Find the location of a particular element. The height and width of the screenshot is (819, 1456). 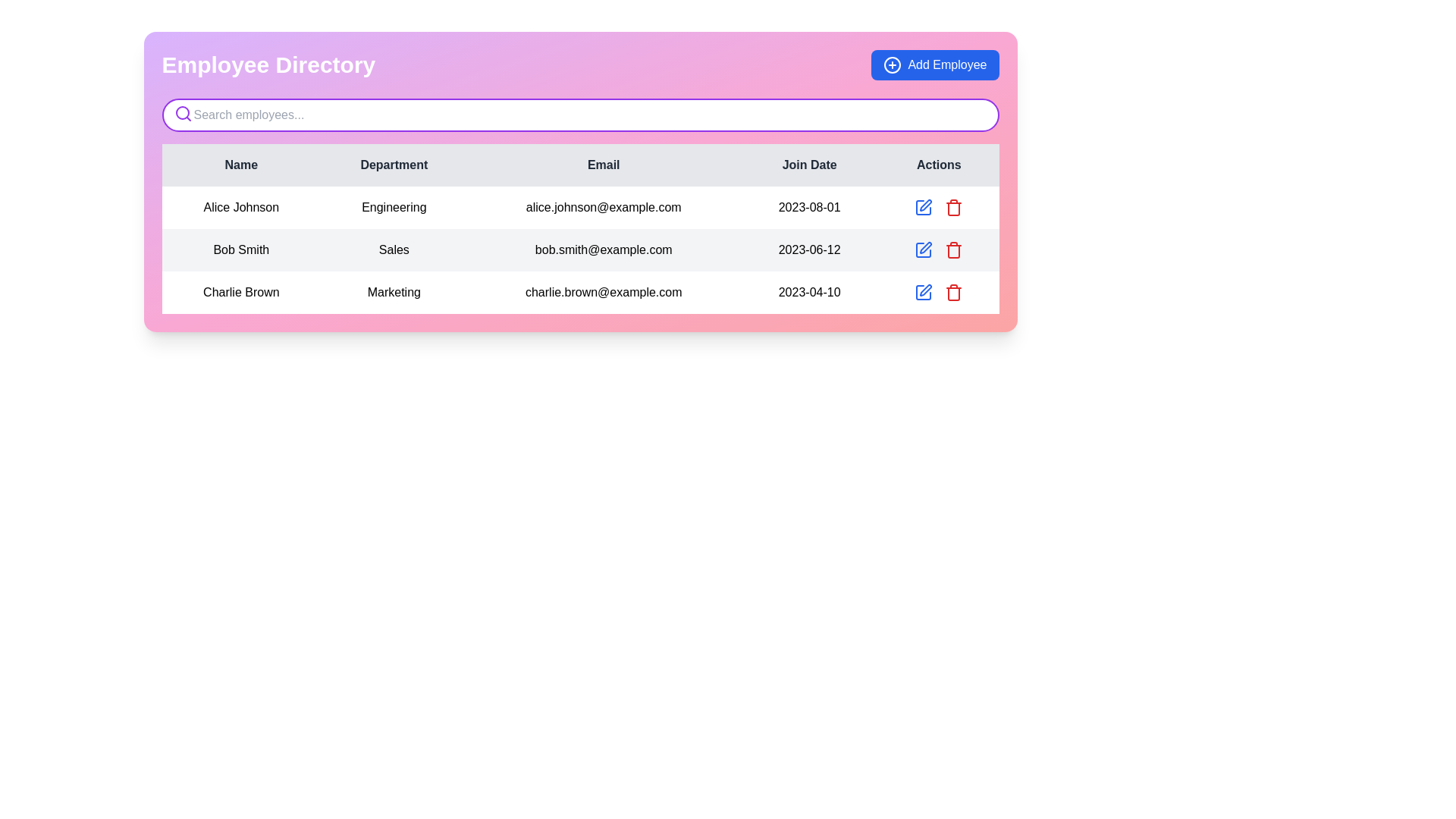

the 'Join Date' header label, which is the fourth column header in the table layout, positioned between 'Email' and 'Actions' is located at coordinates (808, 165).